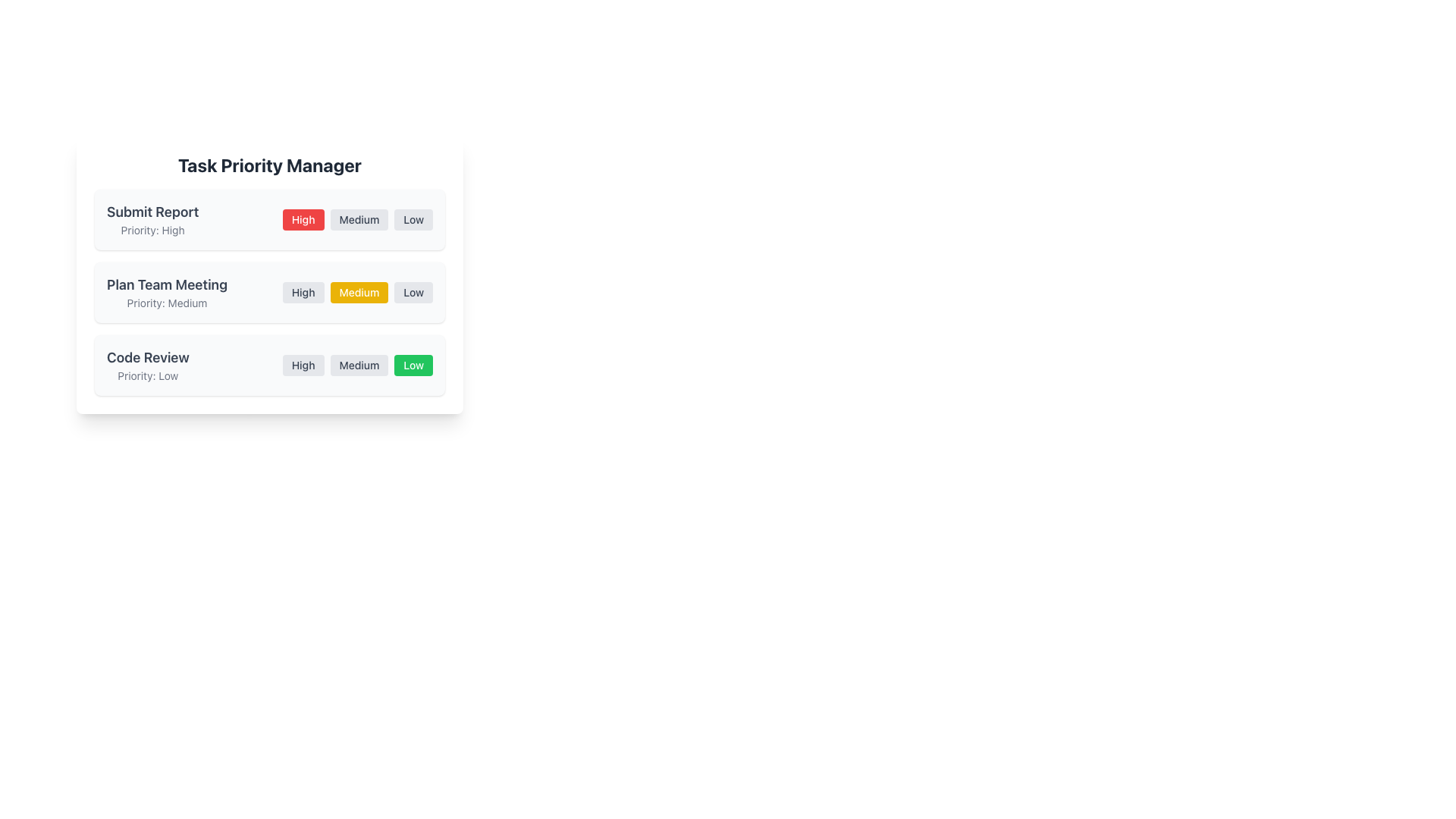 The width and height of the screenshot is (1456, 819). I want to click on the 'Low' priority button located in the third row of the 'Code Review' section to set low priority for the associated task, so click(356, 366).